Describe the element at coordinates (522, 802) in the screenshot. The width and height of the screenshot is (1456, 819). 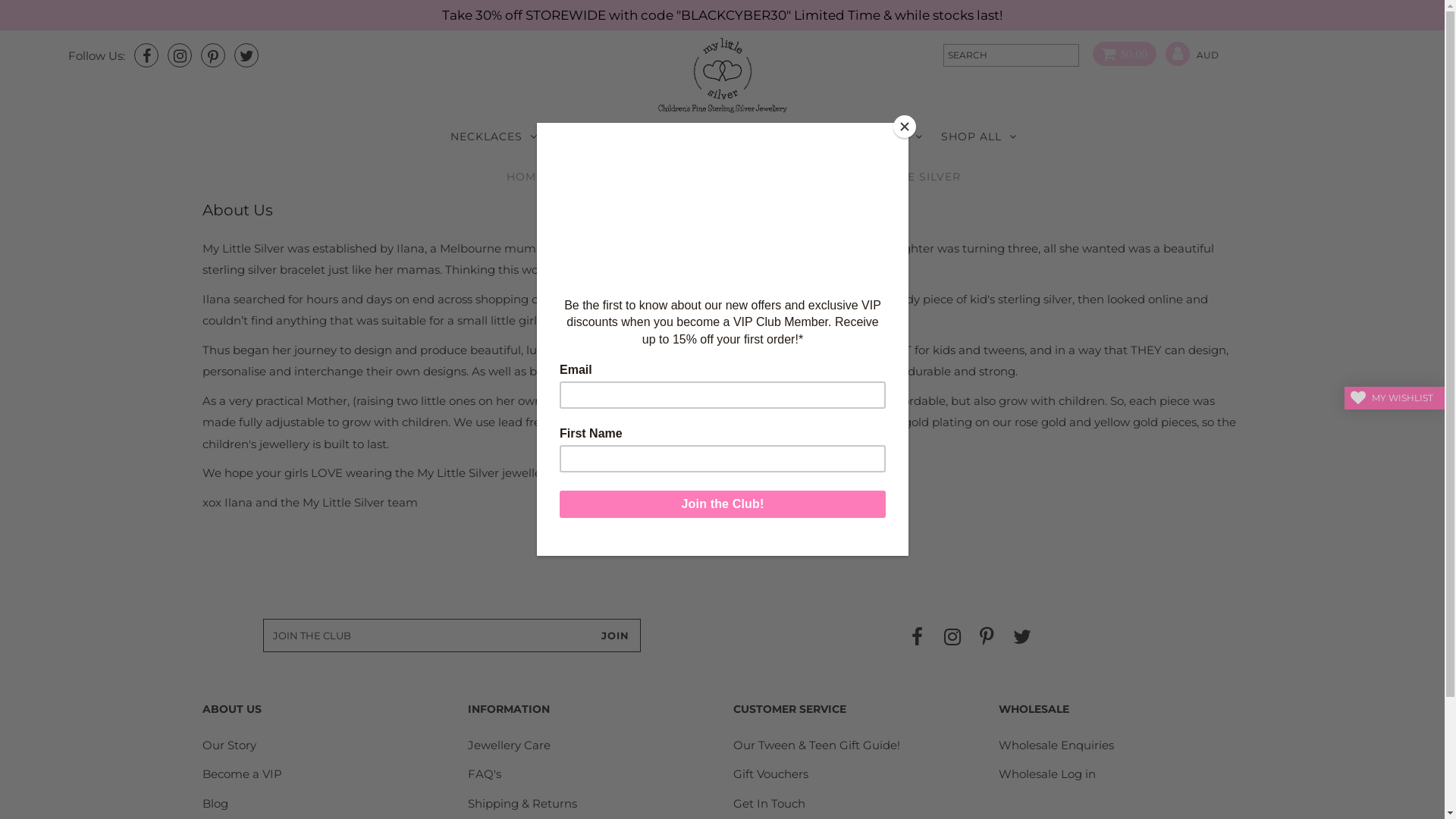
I see `'Shipping & Returns'` at that location.